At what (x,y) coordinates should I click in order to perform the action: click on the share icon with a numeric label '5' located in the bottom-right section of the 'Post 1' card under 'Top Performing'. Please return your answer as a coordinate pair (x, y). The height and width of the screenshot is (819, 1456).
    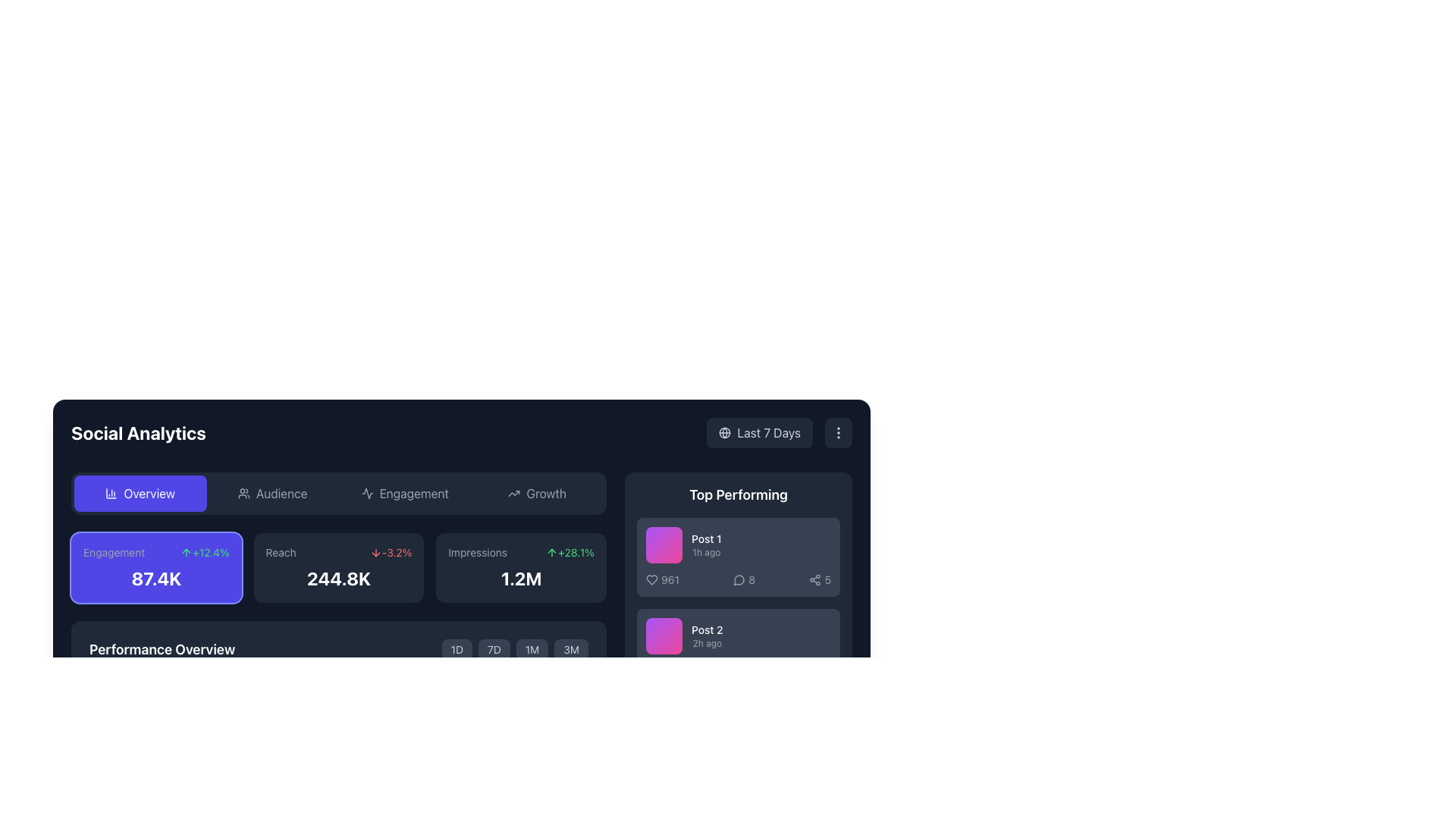
    Looking at the image, I should click on (819, 579).